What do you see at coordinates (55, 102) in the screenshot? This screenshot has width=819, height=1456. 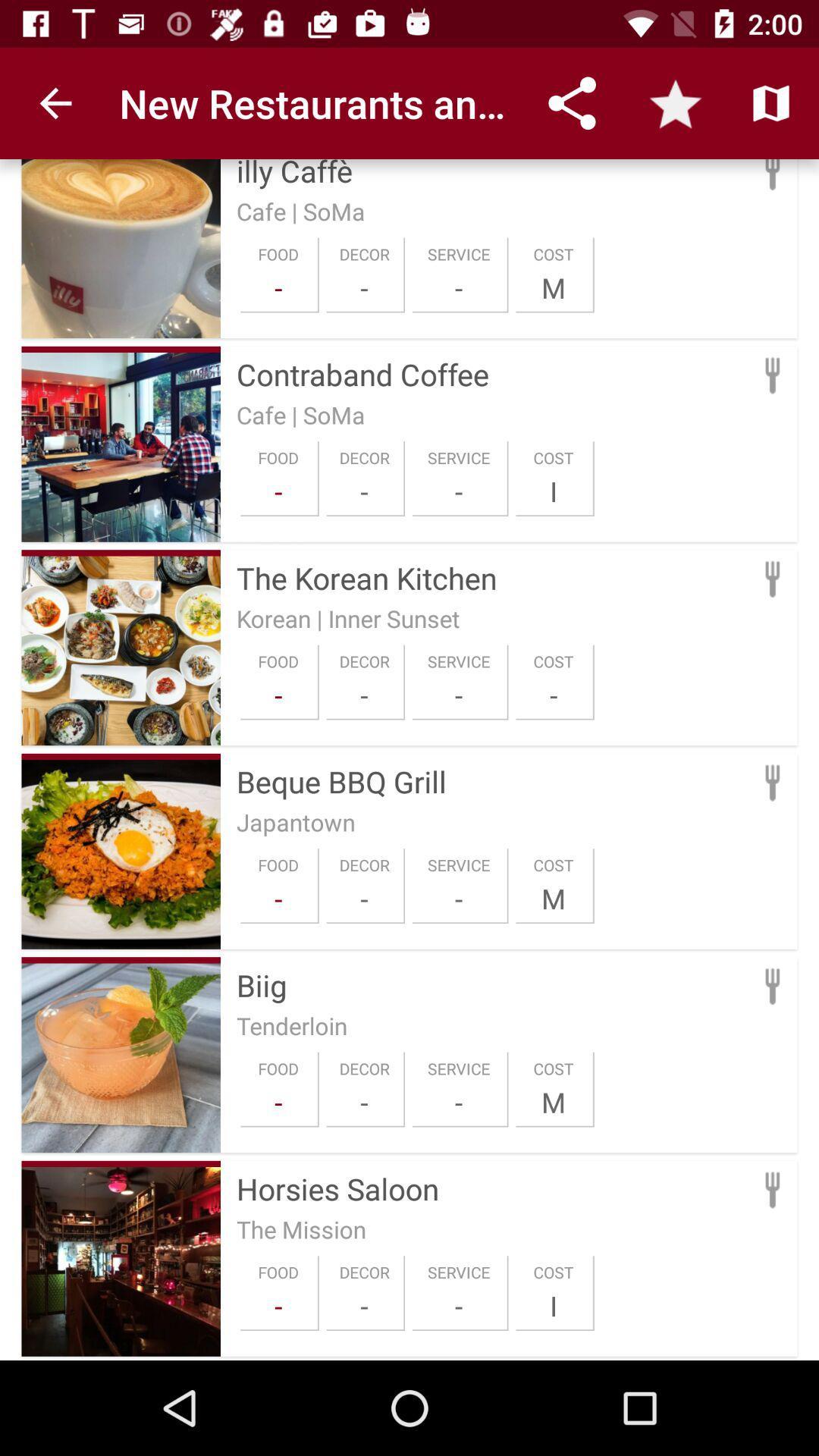 I see `app next to new restaurants and app` at bounding box center [55, 102].